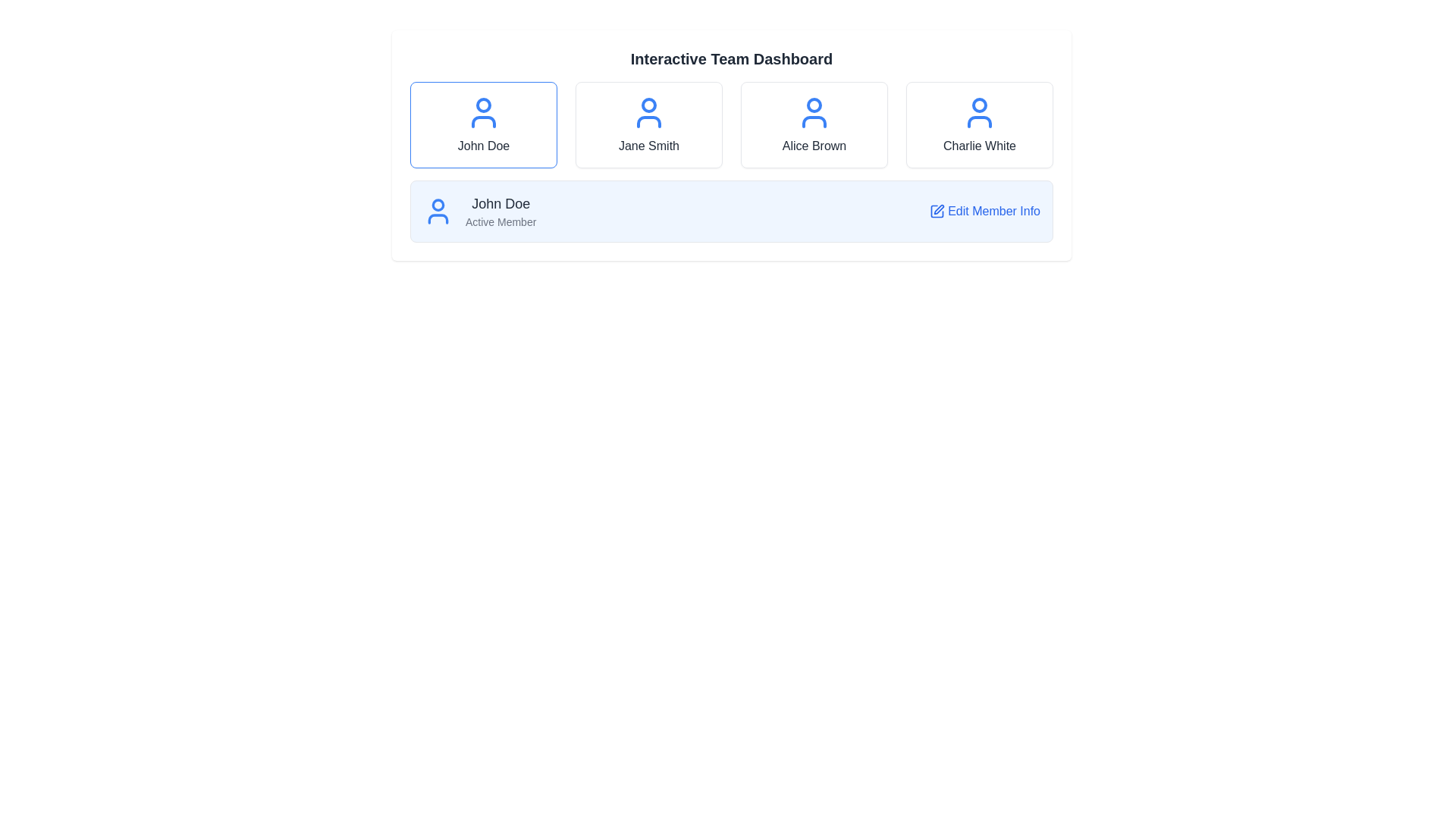 This screenshot has height=819, width=1456. What do you see at coordinates (483, 112) in the screenshot?
I see `the user icon with a minimalist design, solid blue color, located in the first card above the text 'John Doe'` at bounding box center [483, 112].